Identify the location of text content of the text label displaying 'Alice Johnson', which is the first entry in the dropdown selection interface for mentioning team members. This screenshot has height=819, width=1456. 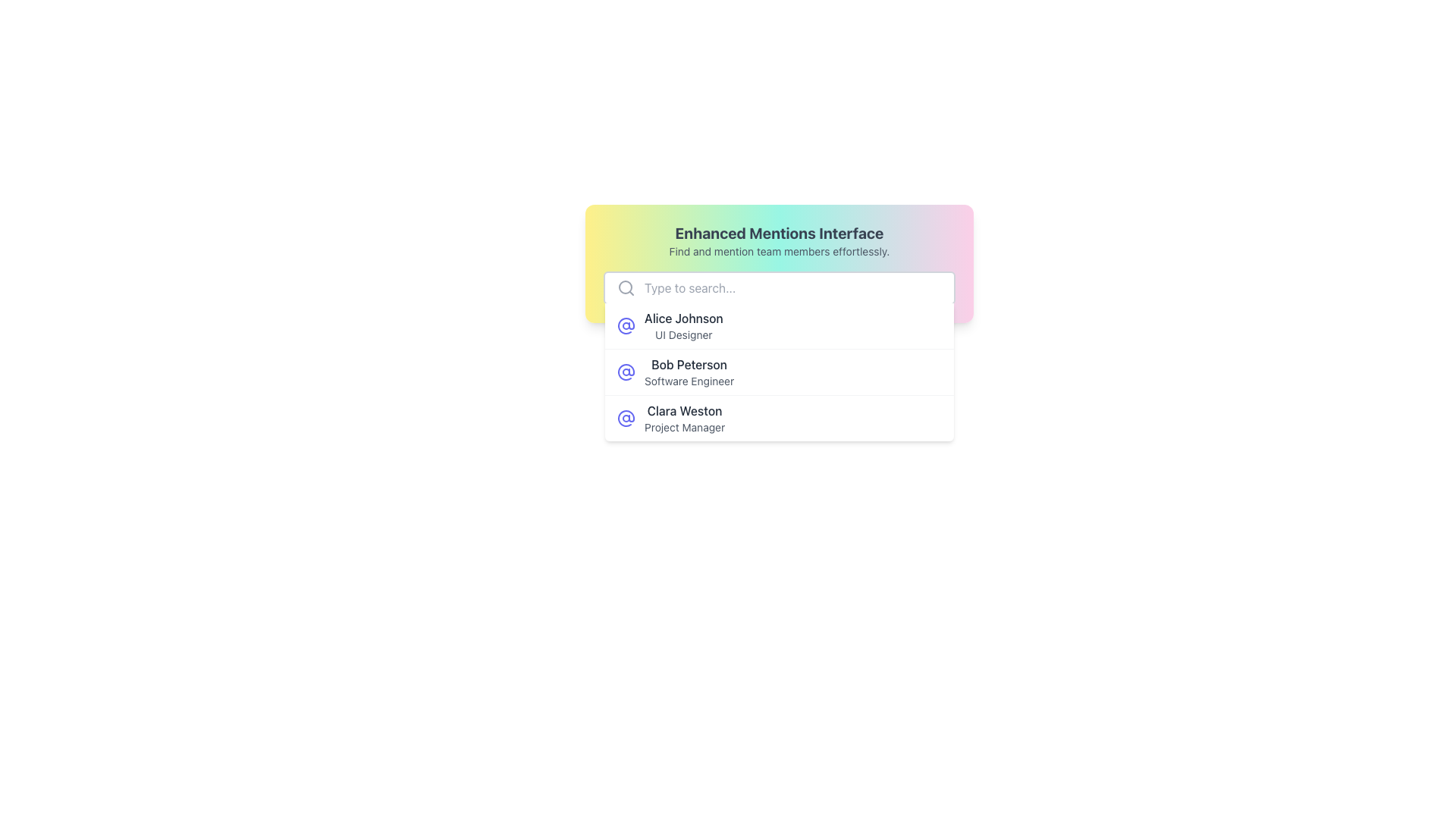
(682, 318).